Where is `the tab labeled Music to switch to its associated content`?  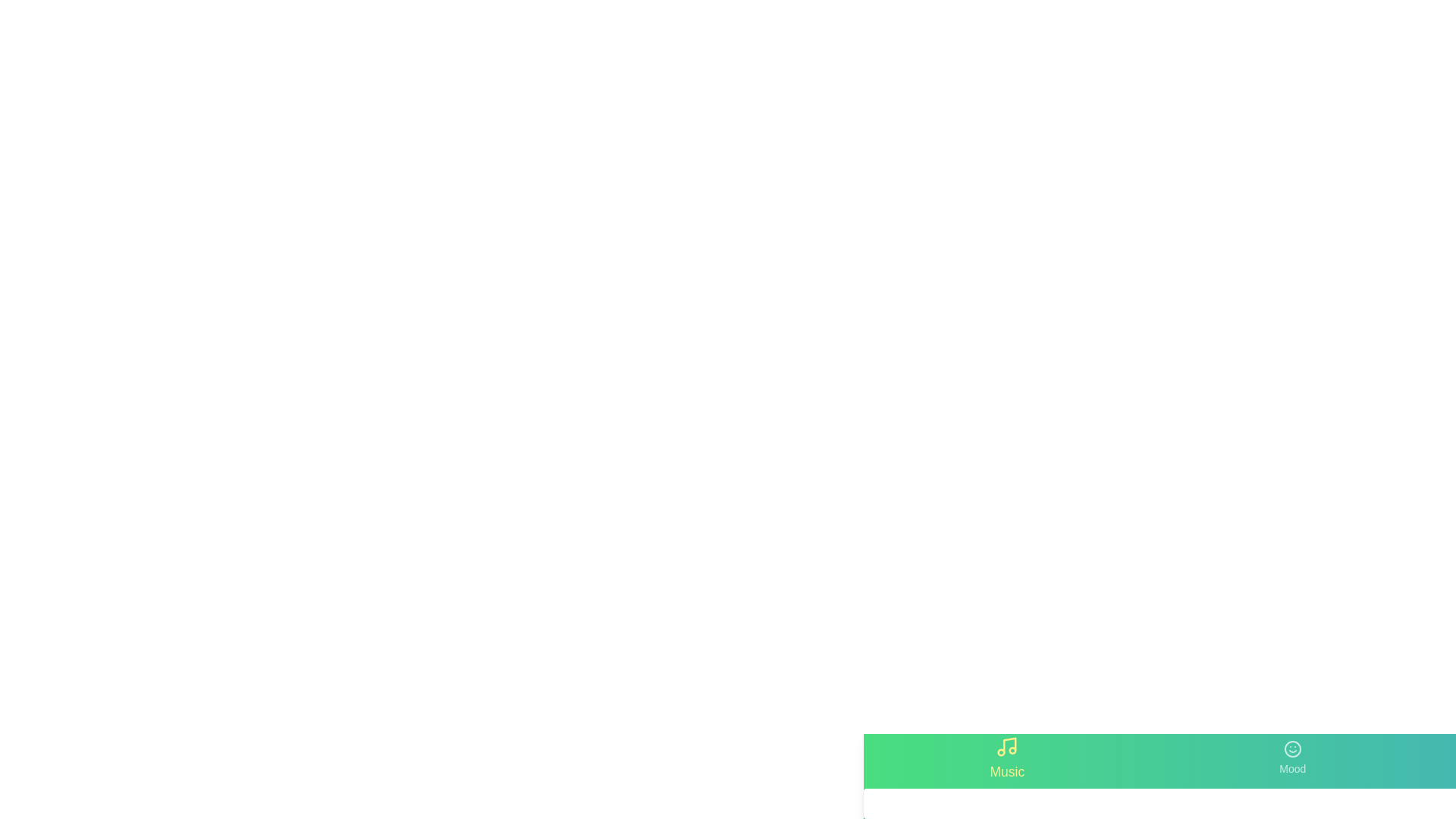 the tab labeled Music to switch to its associated content is located at coordinates (1006, 758).